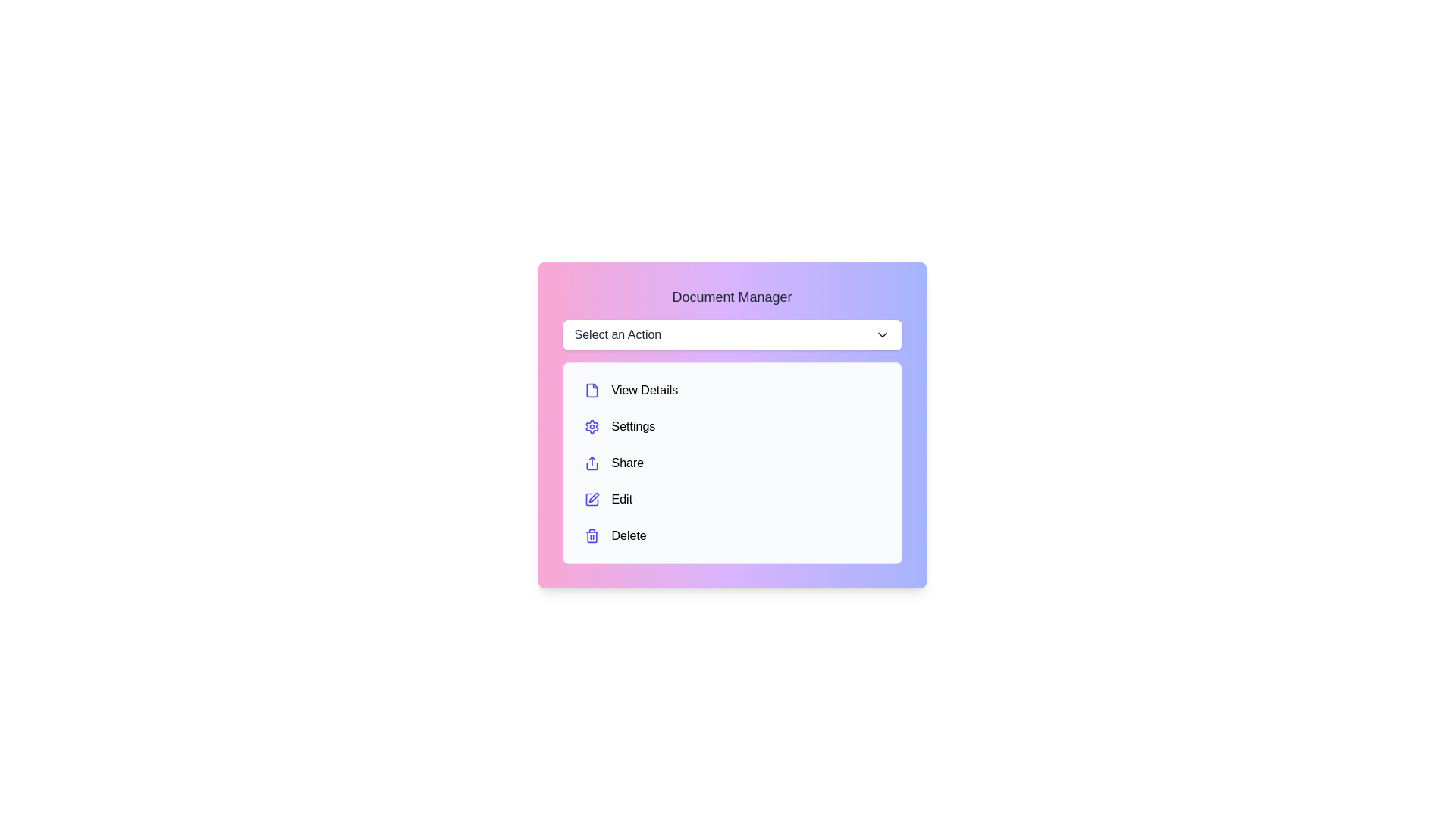  I want to click on the 'Settings' navigation link located under 'Document Manager', so click(732, 427).